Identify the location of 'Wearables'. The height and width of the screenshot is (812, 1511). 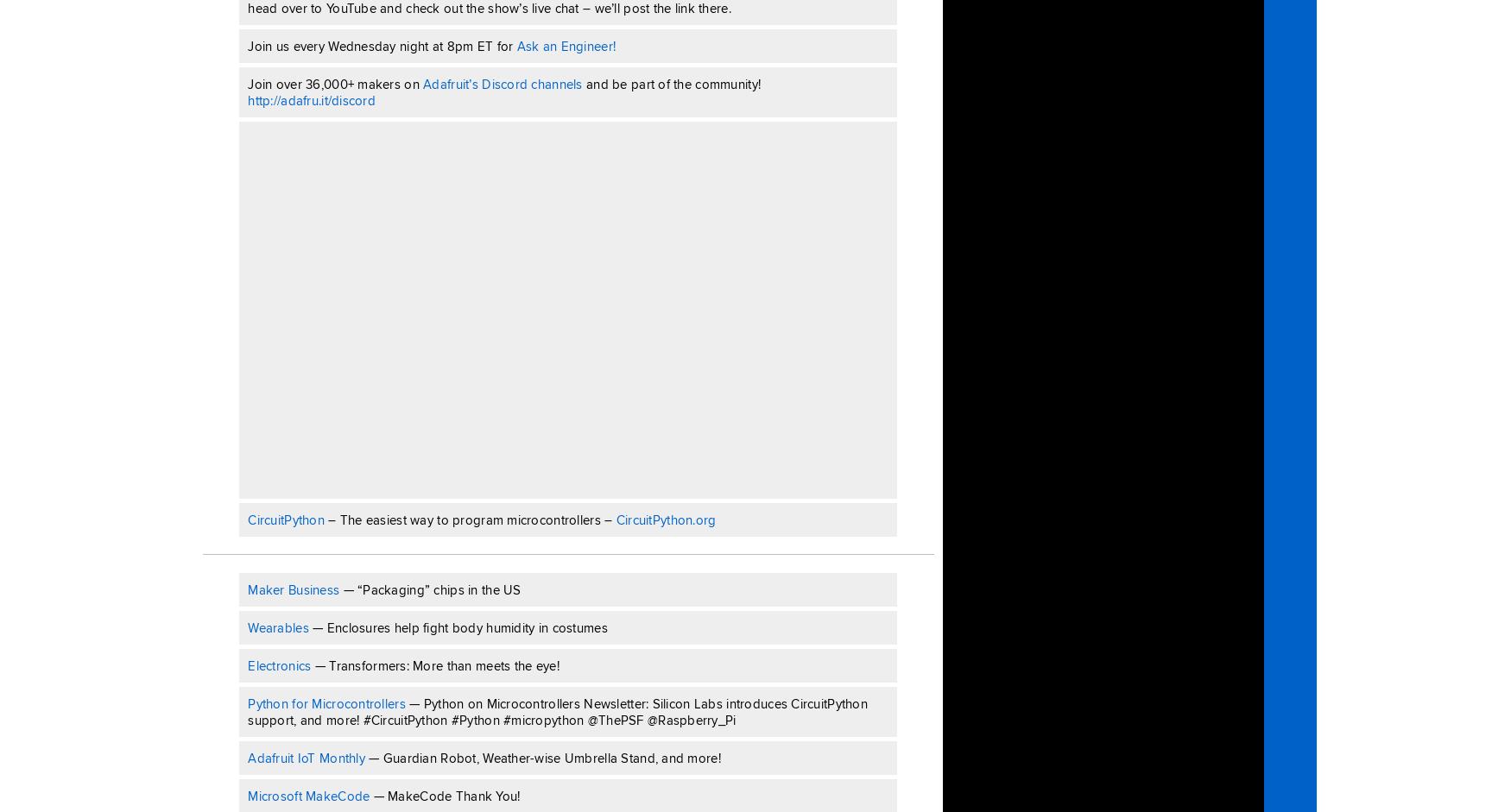
(278, 627).